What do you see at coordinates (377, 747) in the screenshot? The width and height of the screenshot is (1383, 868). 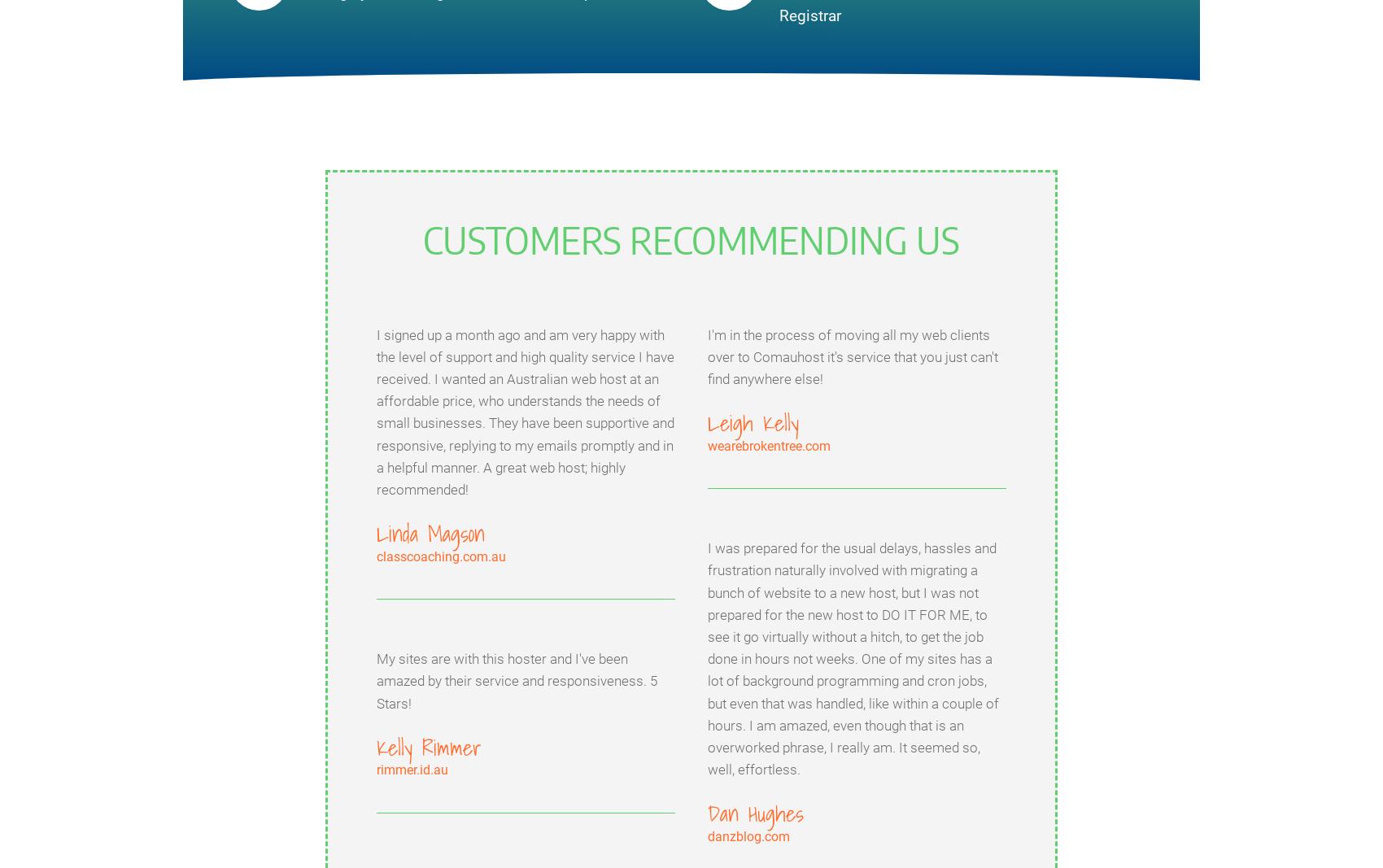 I see `'Kelly Rimmer'` at bounding box center [377, 747].